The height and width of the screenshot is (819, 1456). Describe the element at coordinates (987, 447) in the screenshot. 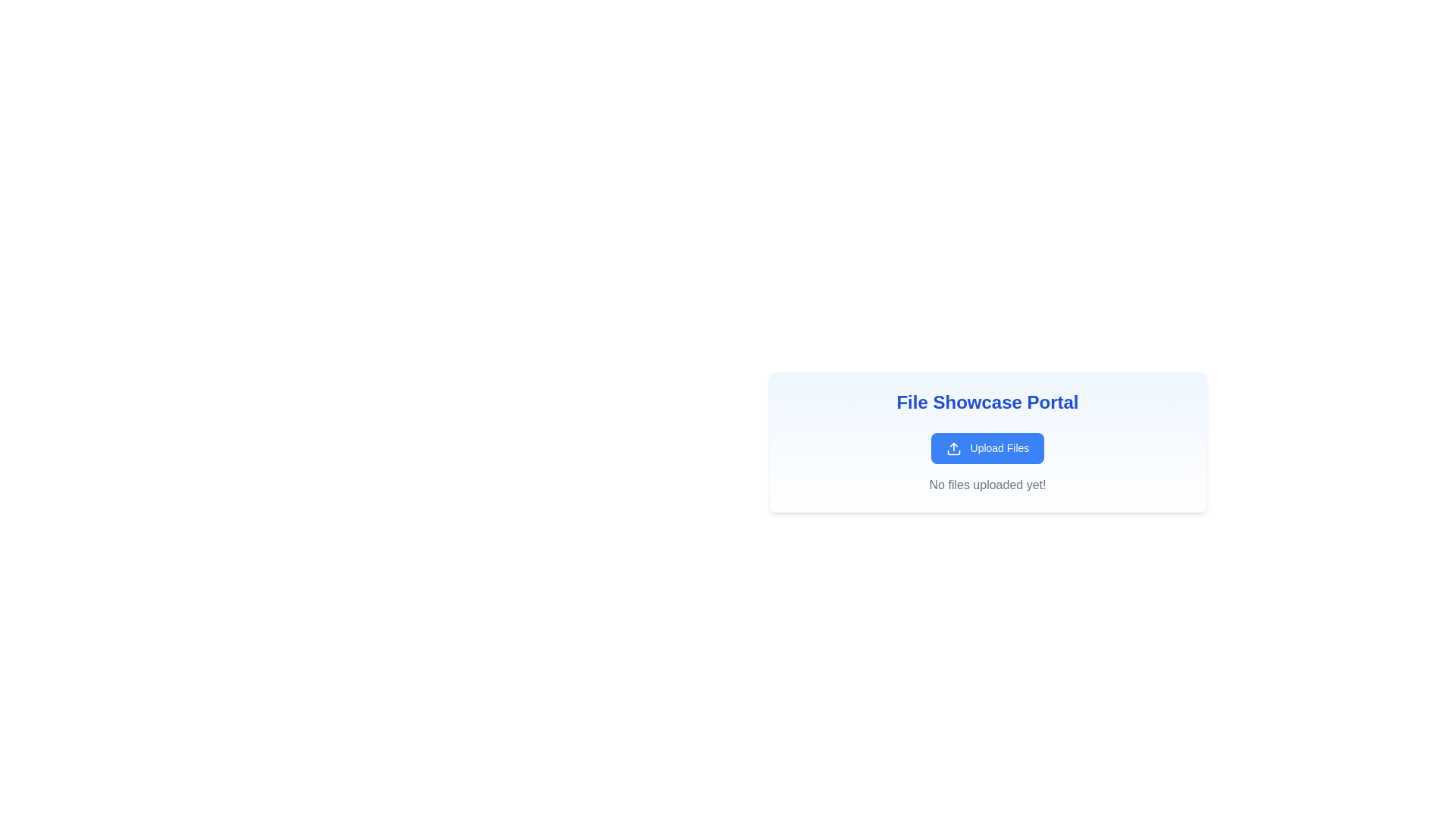

I see `the upload button located within the 'File Showcase Portal' pane, directly above the text 'No files uploaded yet!'` at that location.